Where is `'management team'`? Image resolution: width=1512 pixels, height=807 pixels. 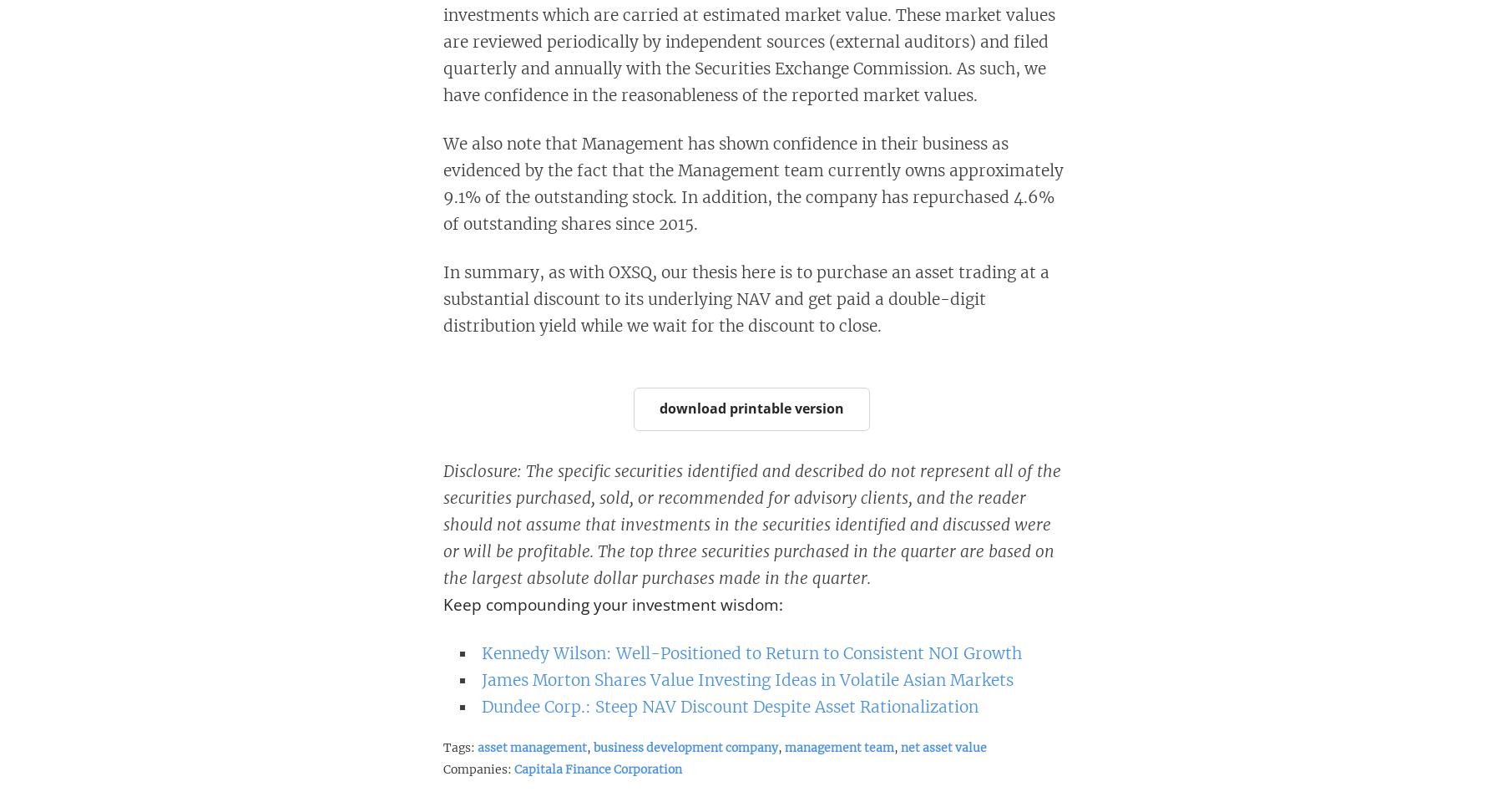 'management team' is located at coordinates (783, 747).